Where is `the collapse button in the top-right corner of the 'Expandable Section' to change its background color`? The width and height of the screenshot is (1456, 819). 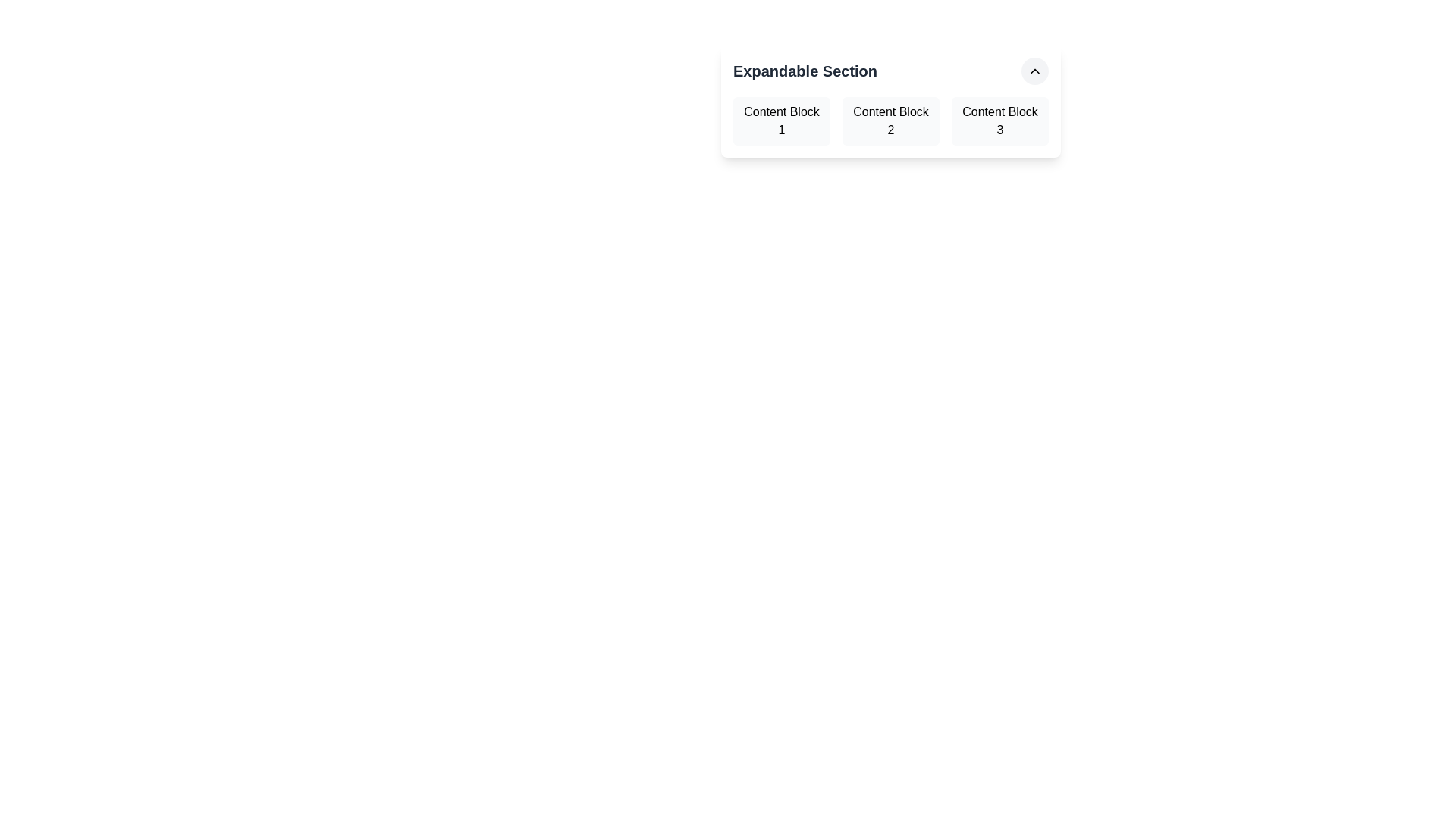 the collapse button in the top-right corner of the 'Expandable Section' to change its background color is located at coordinates (1034, 71).